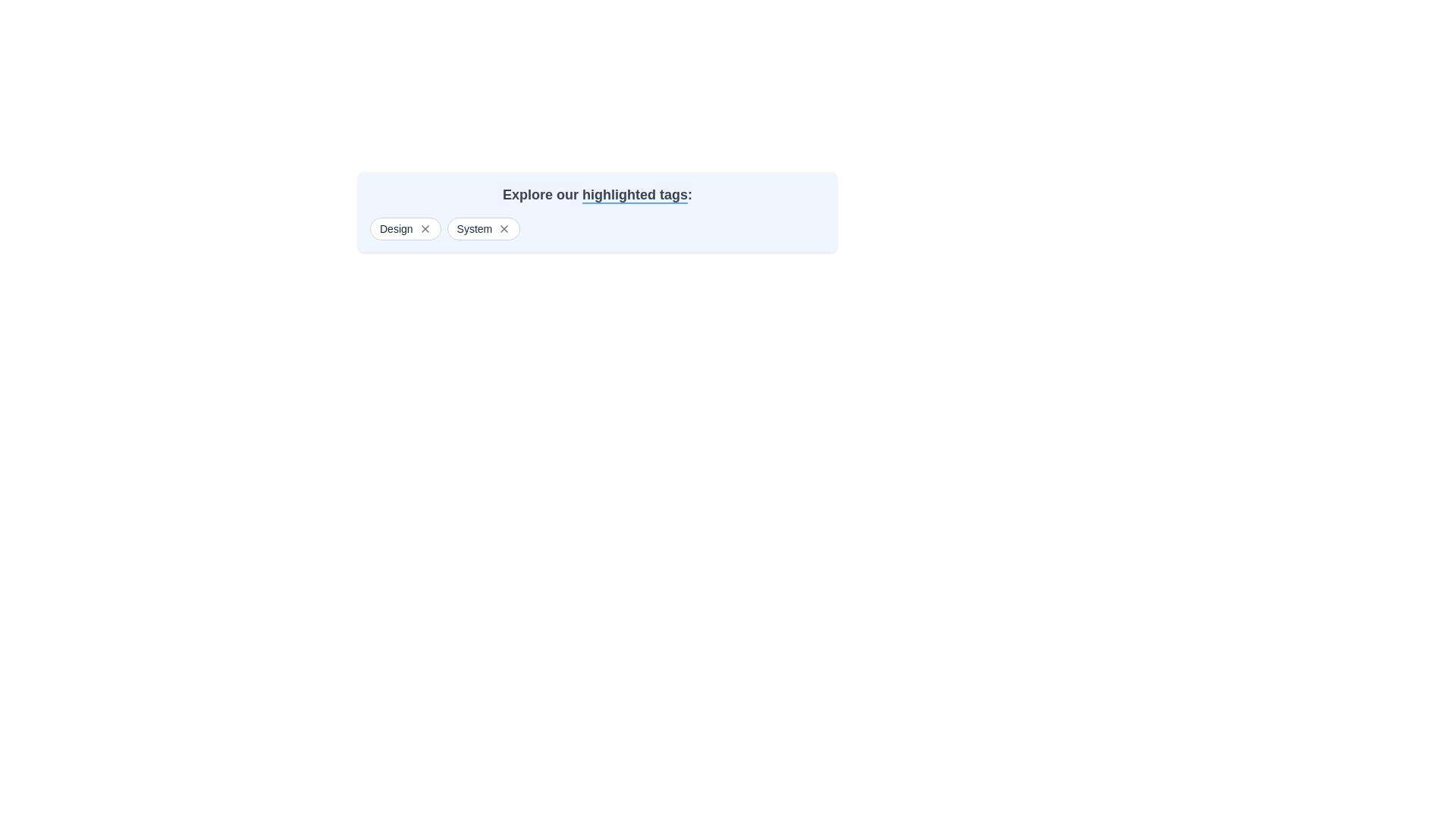 This screenshot has width=1456, height=819. I want to click on the 'Design' tag with a close button, which is the first tag in the horizontal list of tags, to potentially see additional details or actions, so click(405, 228).